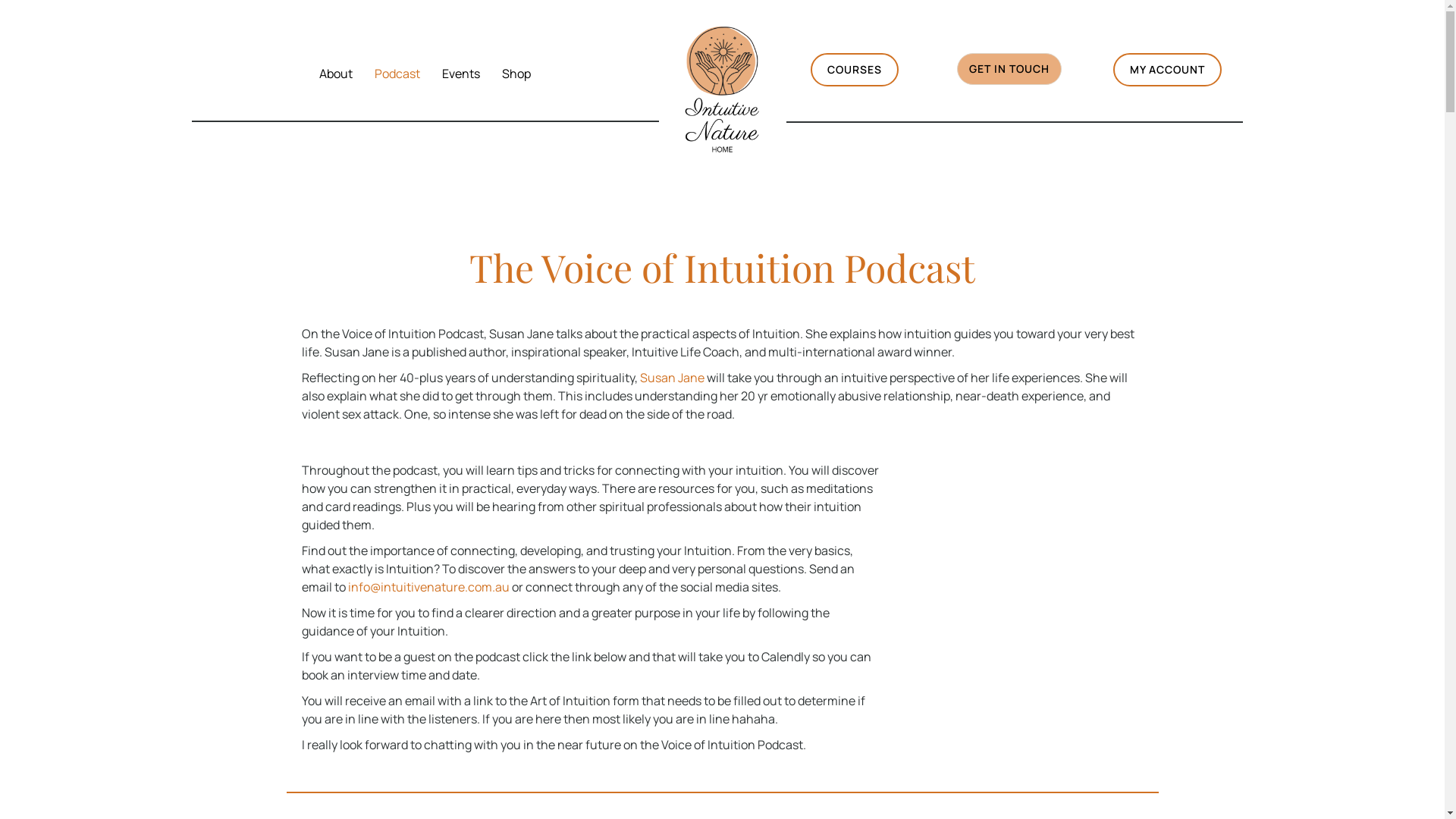 This screenshot has width=1456, height=819. What do you see at coordinates (427, 586) in the screenshot?
I see `'info@intuitivenature.com.au'` at bounding box center [427, 586].